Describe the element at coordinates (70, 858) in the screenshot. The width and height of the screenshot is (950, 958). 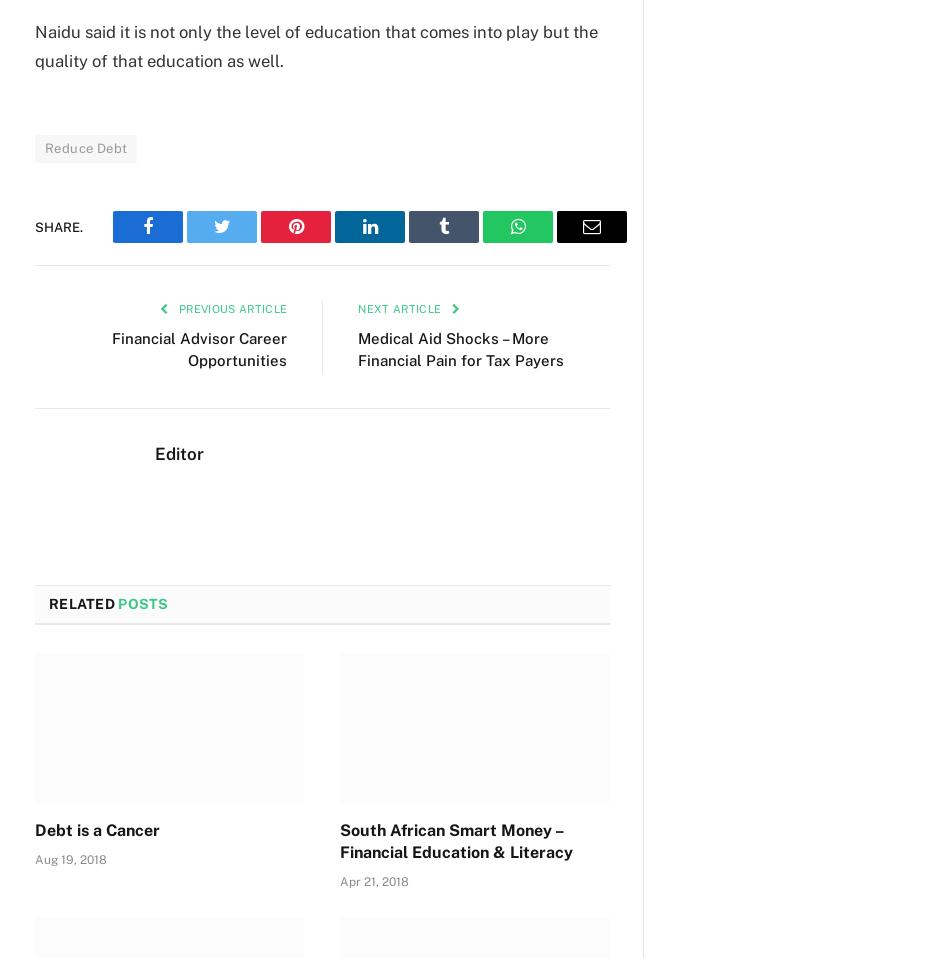
I see `'Aug 19, 2018'` at that location.